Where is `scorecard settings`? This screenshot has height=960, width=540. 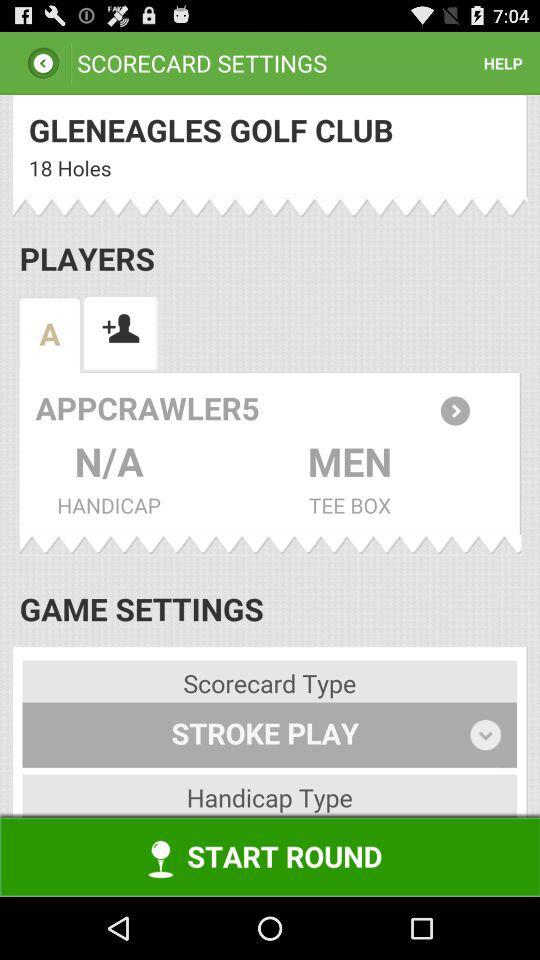
scorecard settings is located at coordinates (270, 494).